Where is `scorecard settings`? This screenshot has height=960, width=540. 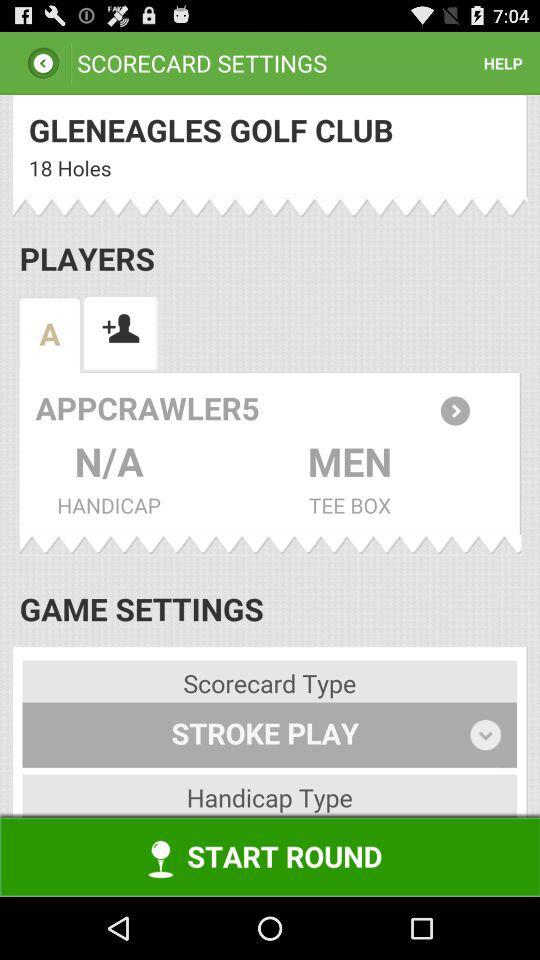
scorecard settings is located at coordinates (270, 494).